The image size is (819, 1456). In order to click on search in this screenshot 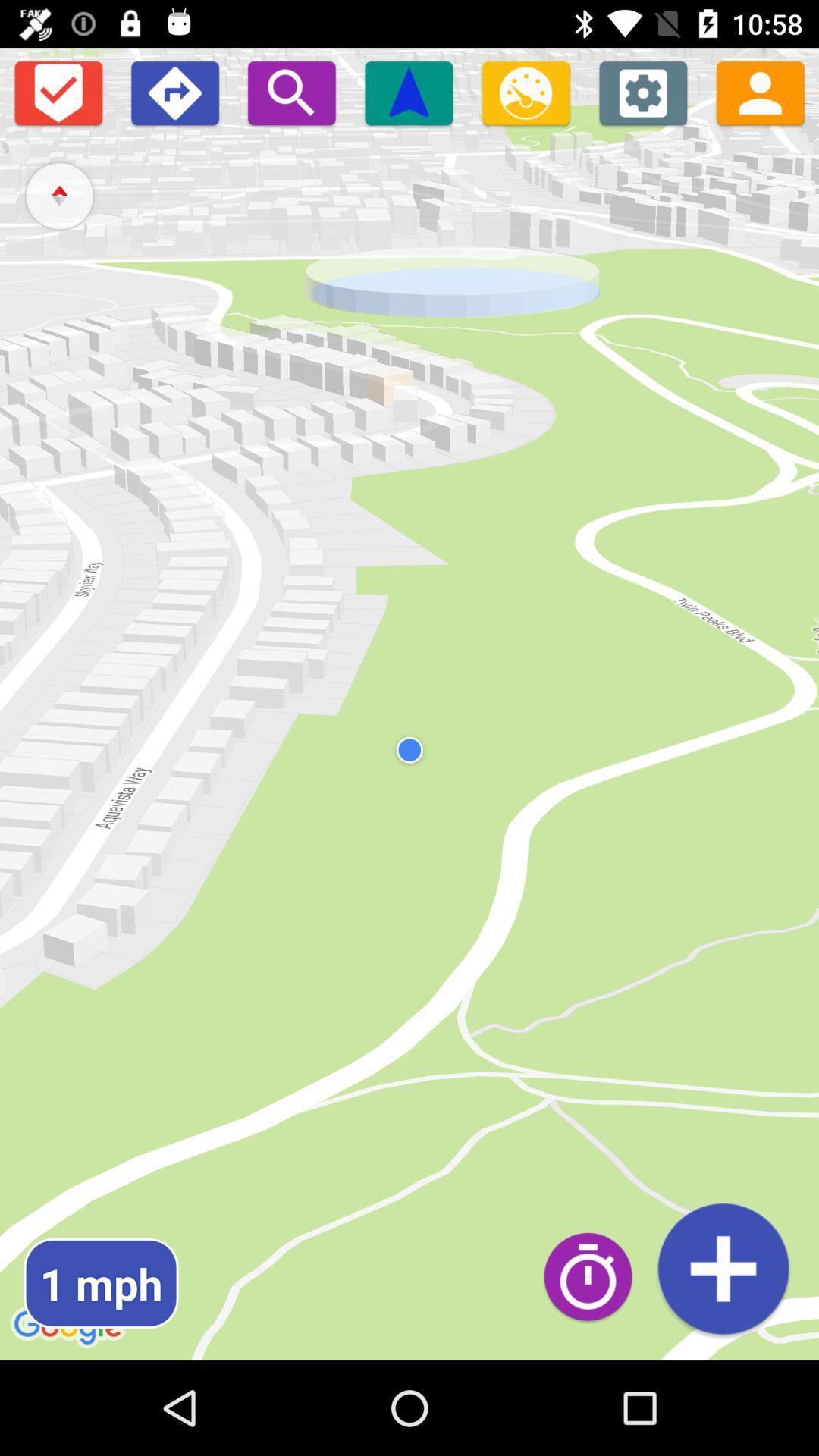, I will do `click(291, 92)`.